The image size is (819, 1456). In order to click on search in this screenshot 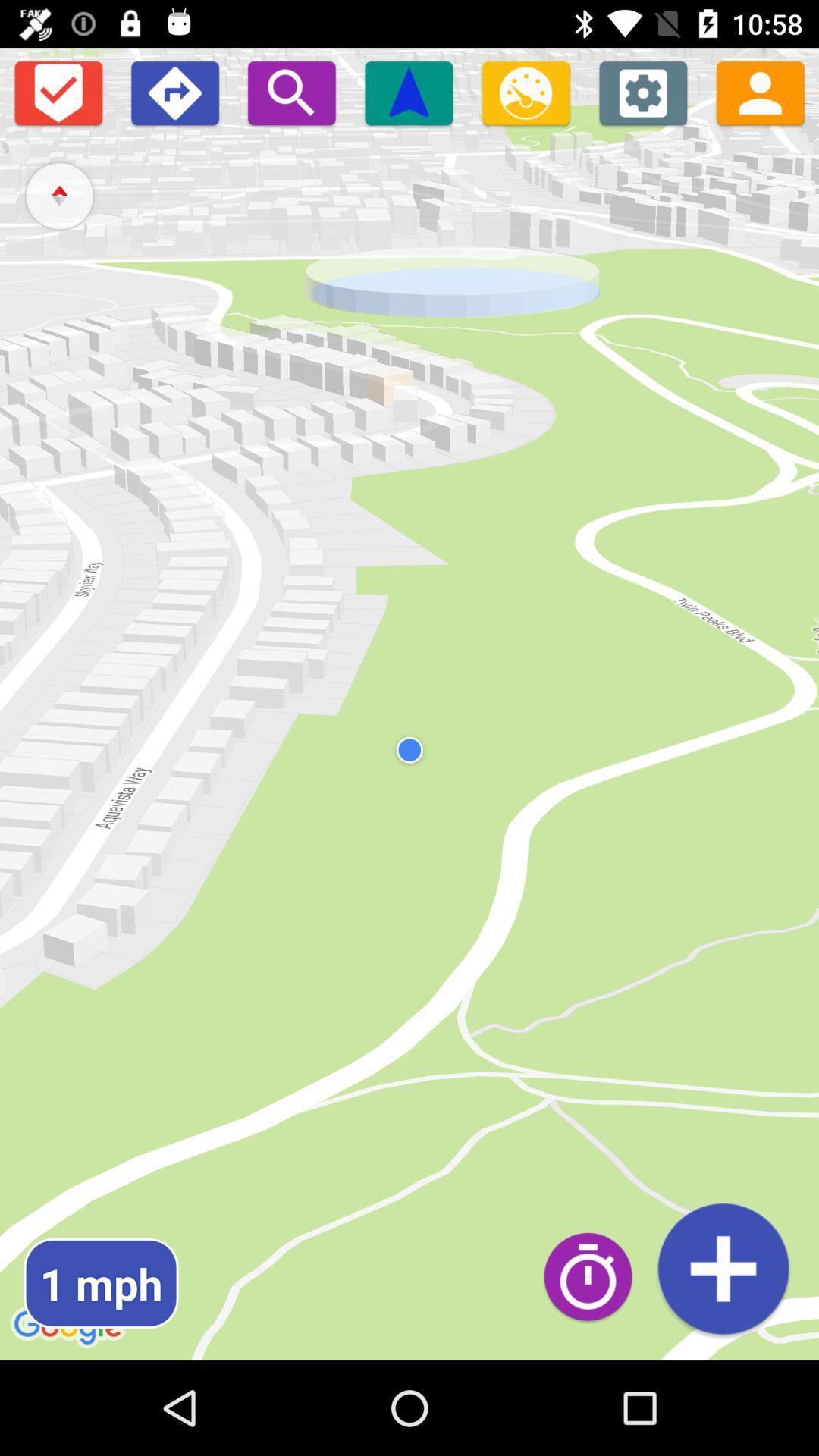, I will do `click(291, 92)`.